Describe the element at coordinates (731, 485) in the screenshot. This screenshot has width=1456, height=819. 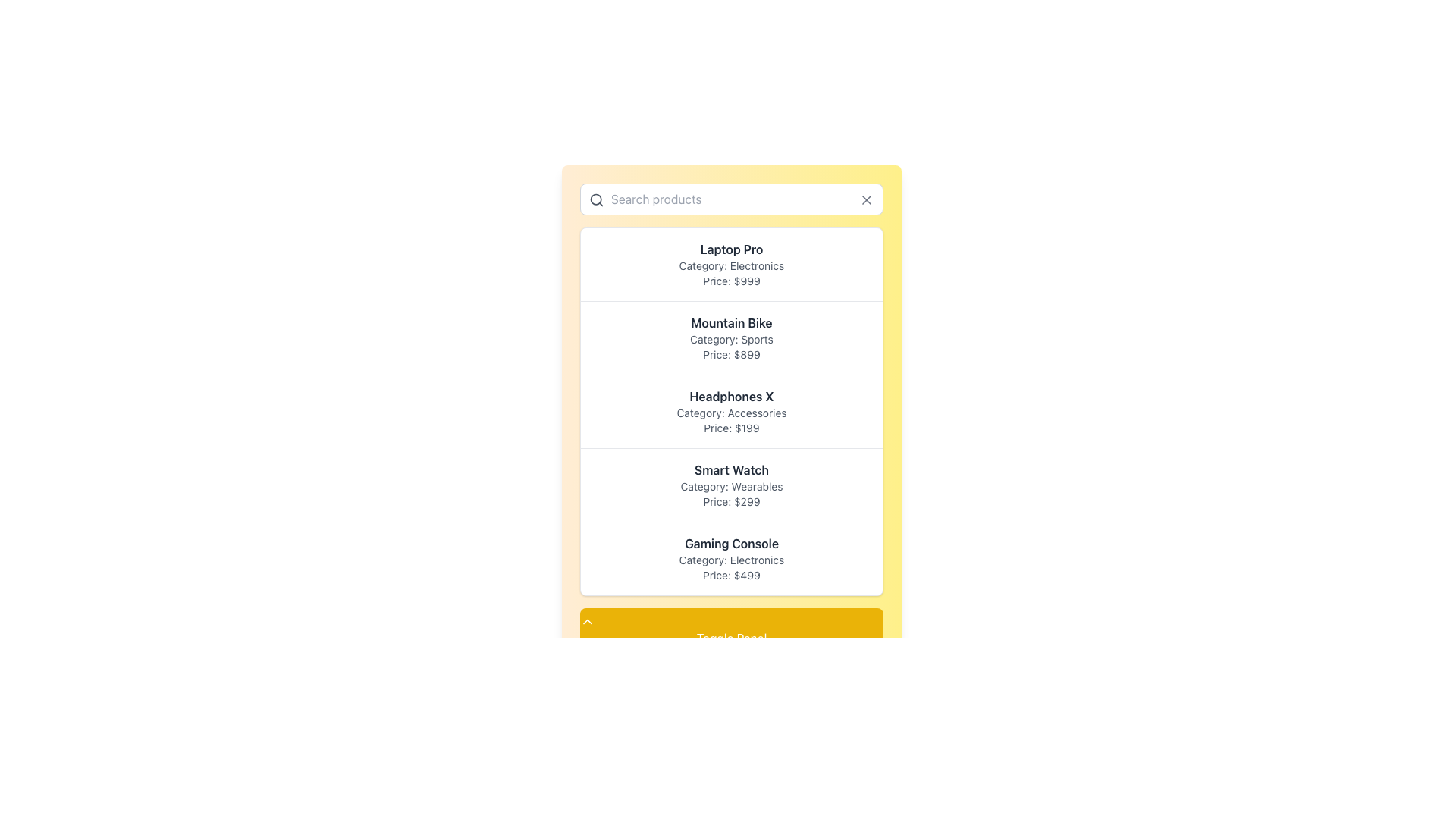
I see `to select the Smart Watch product displayed in the fourth position of the vertical list of product cards` at that location.